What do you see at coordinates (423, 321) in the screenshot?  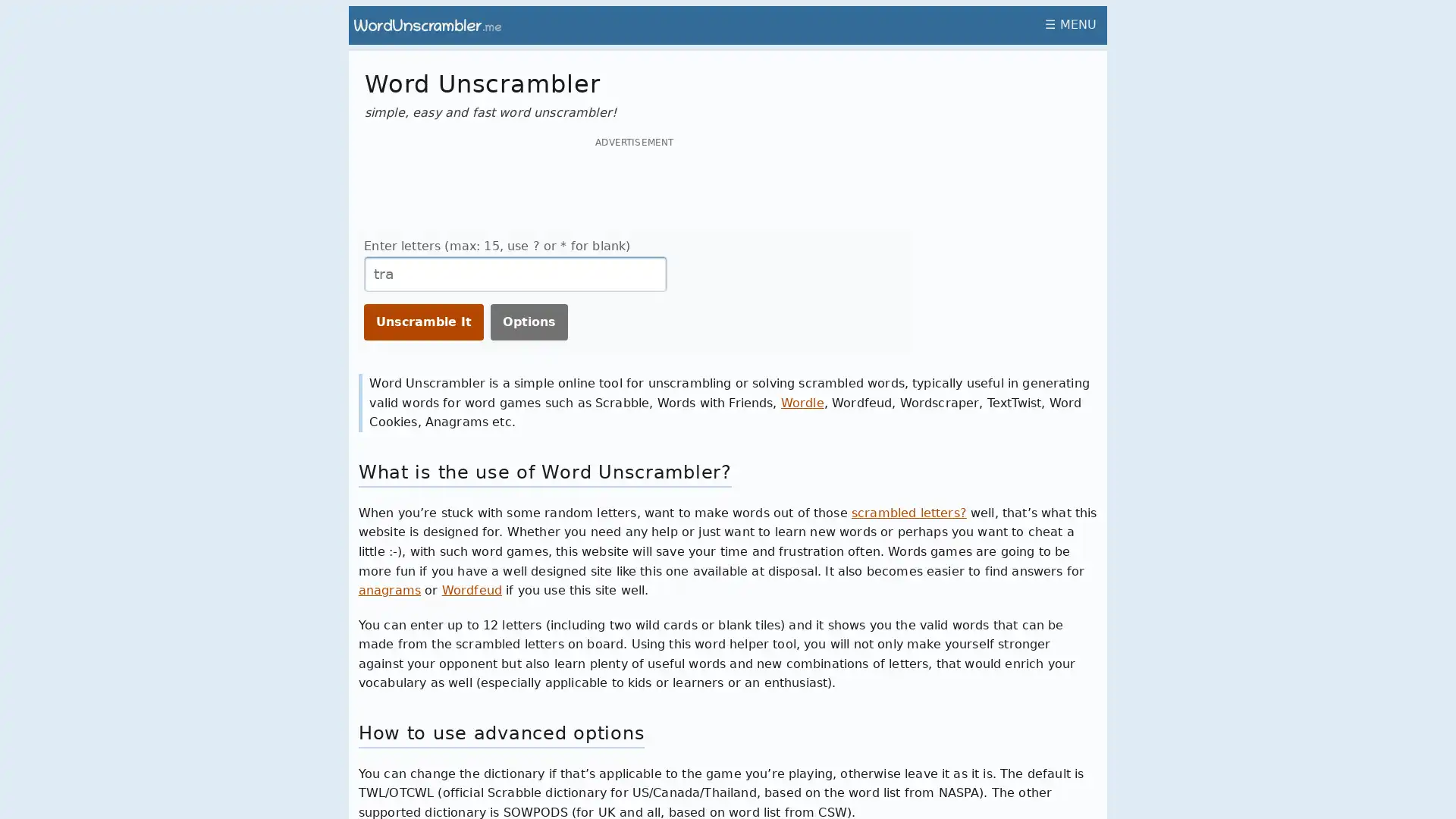 I see `Unscramble It` at bounding box center [423, 321].